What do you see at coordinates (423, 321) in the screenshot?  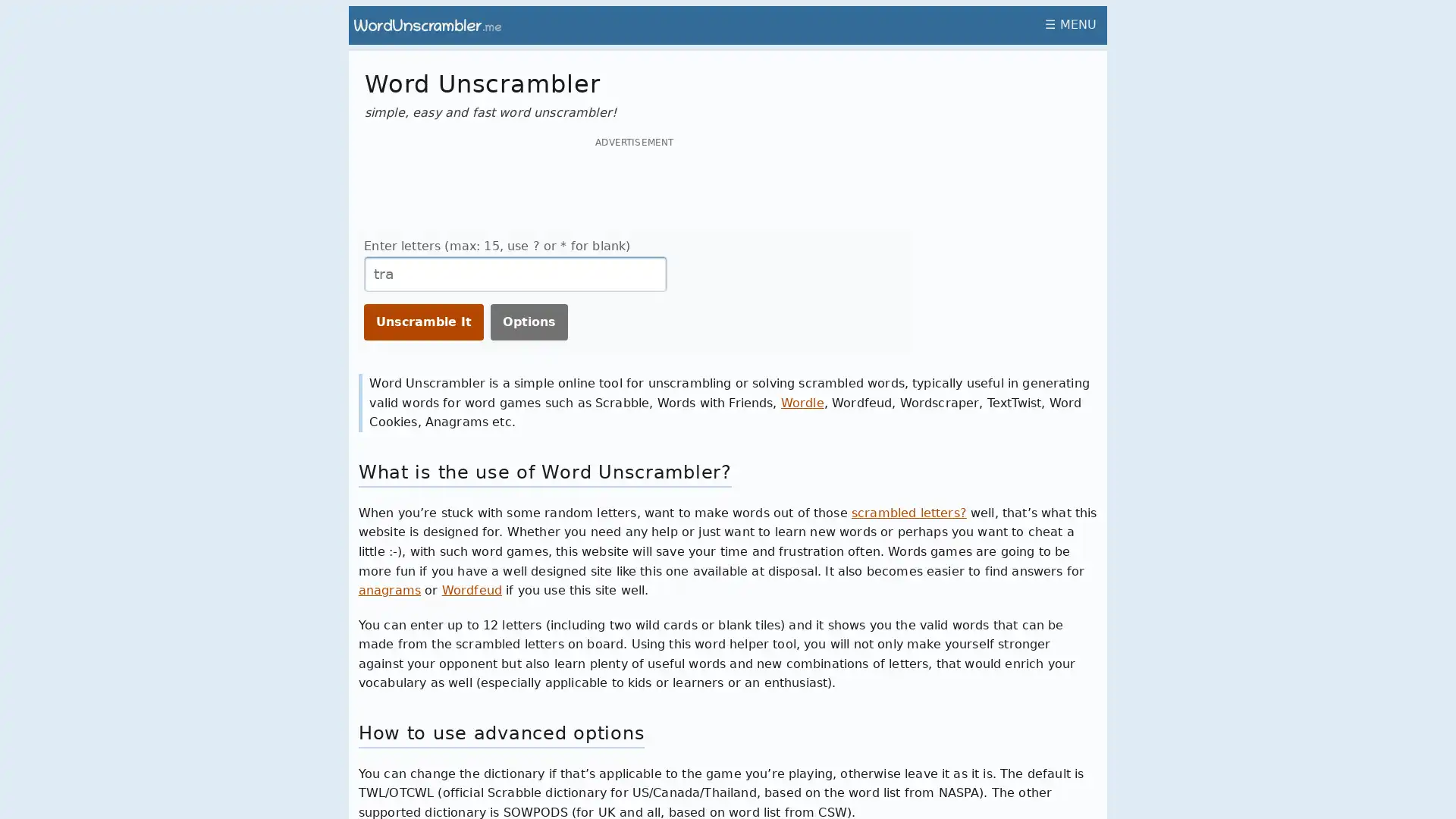 I see `Unscramble It` at bounding box center [423, 321].